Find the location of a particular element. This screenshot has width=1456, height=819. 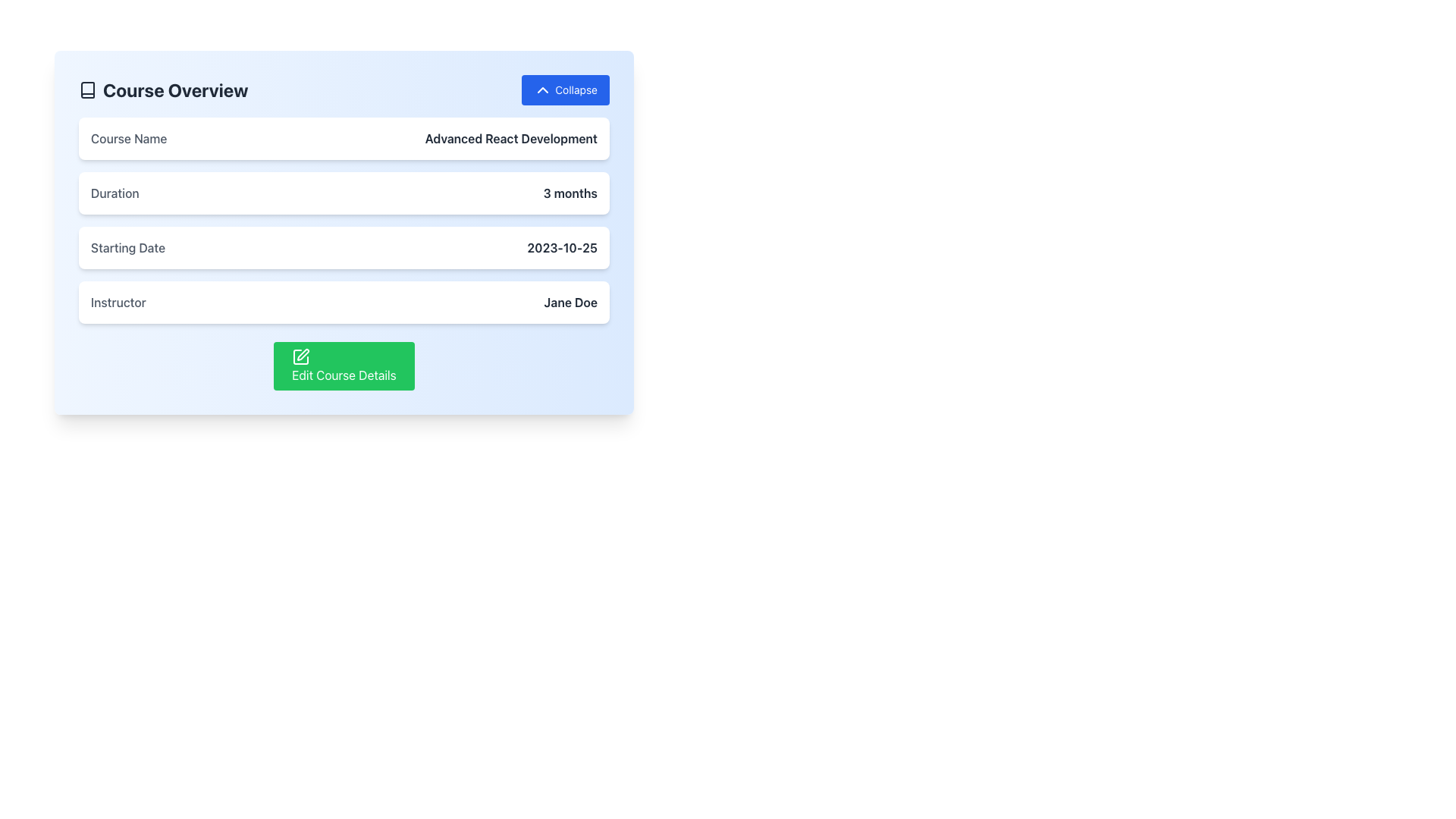

the text label '3 months' which is styled in dark gray and bold, located on the right end of the row labeled 'Duration' in the course details card is located at coordinates (570, 192).